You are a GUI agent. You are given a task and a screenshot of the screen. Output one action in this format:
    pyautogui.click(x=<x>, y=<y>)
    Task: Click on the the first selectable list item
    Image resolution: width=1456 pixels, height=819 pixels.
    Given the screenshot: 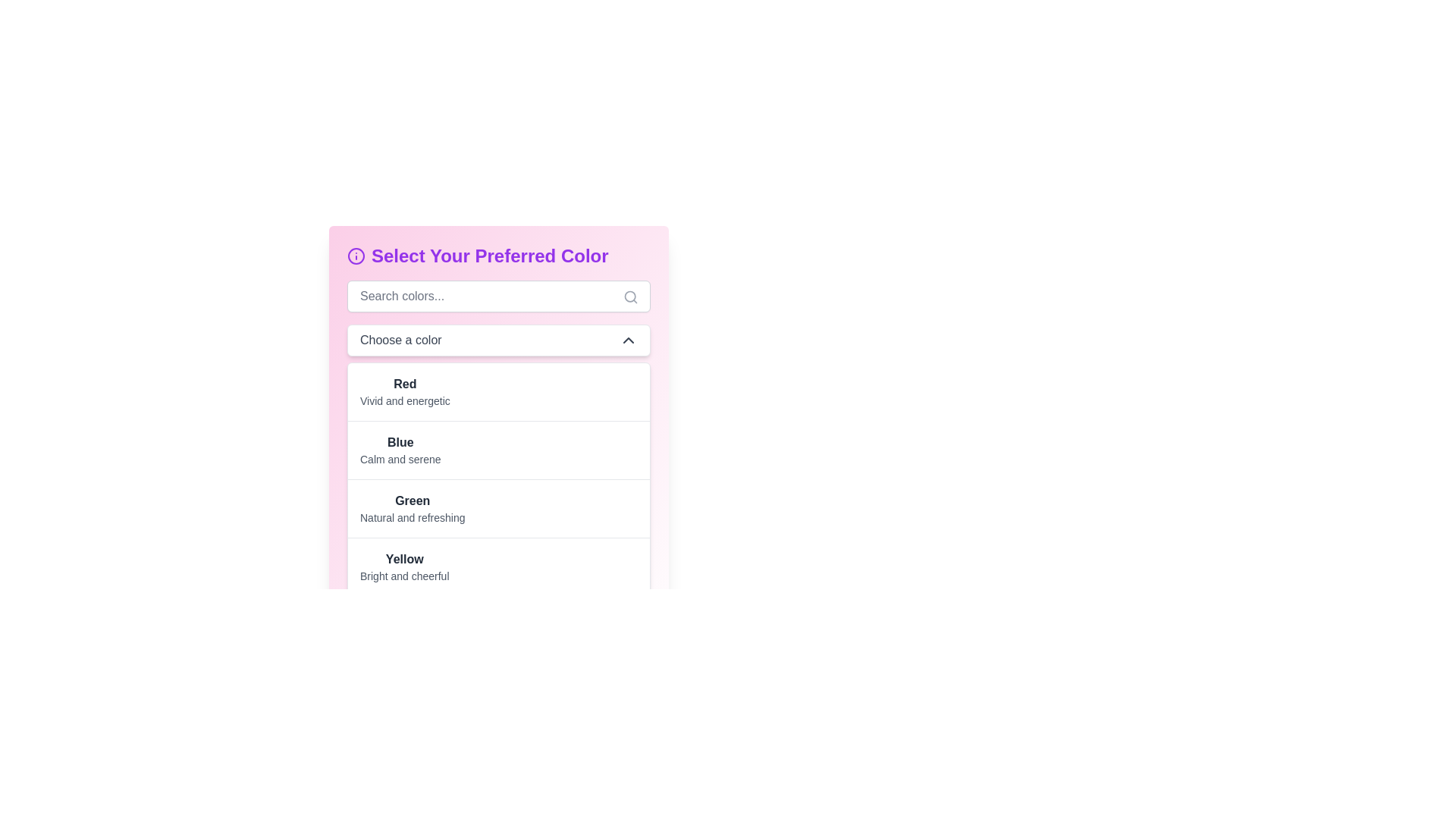 What is the action you would take?
    pyautogui.click(x=498, y=397)
    